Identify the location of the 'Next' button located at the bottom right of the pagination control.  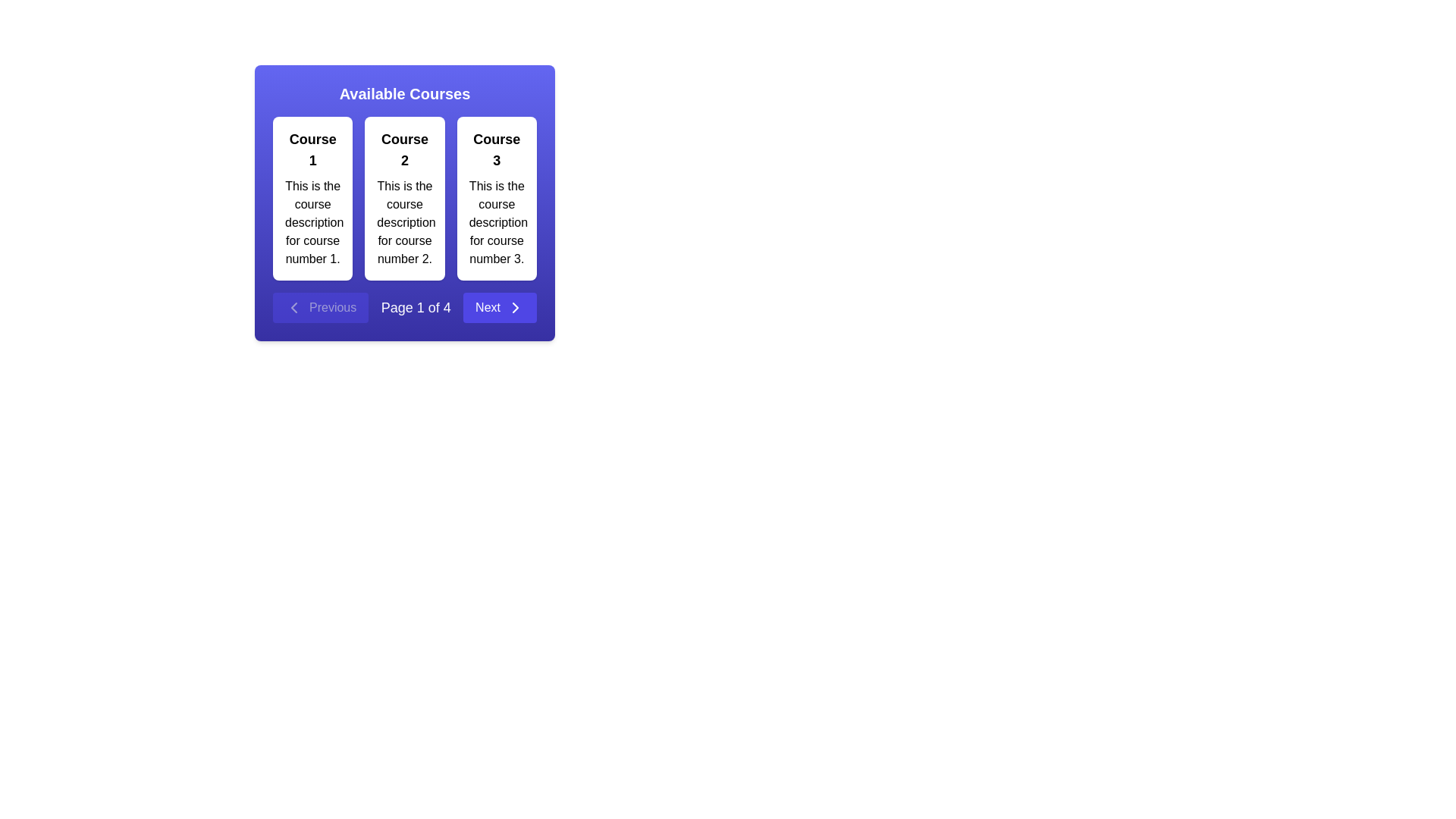
(500, 307).